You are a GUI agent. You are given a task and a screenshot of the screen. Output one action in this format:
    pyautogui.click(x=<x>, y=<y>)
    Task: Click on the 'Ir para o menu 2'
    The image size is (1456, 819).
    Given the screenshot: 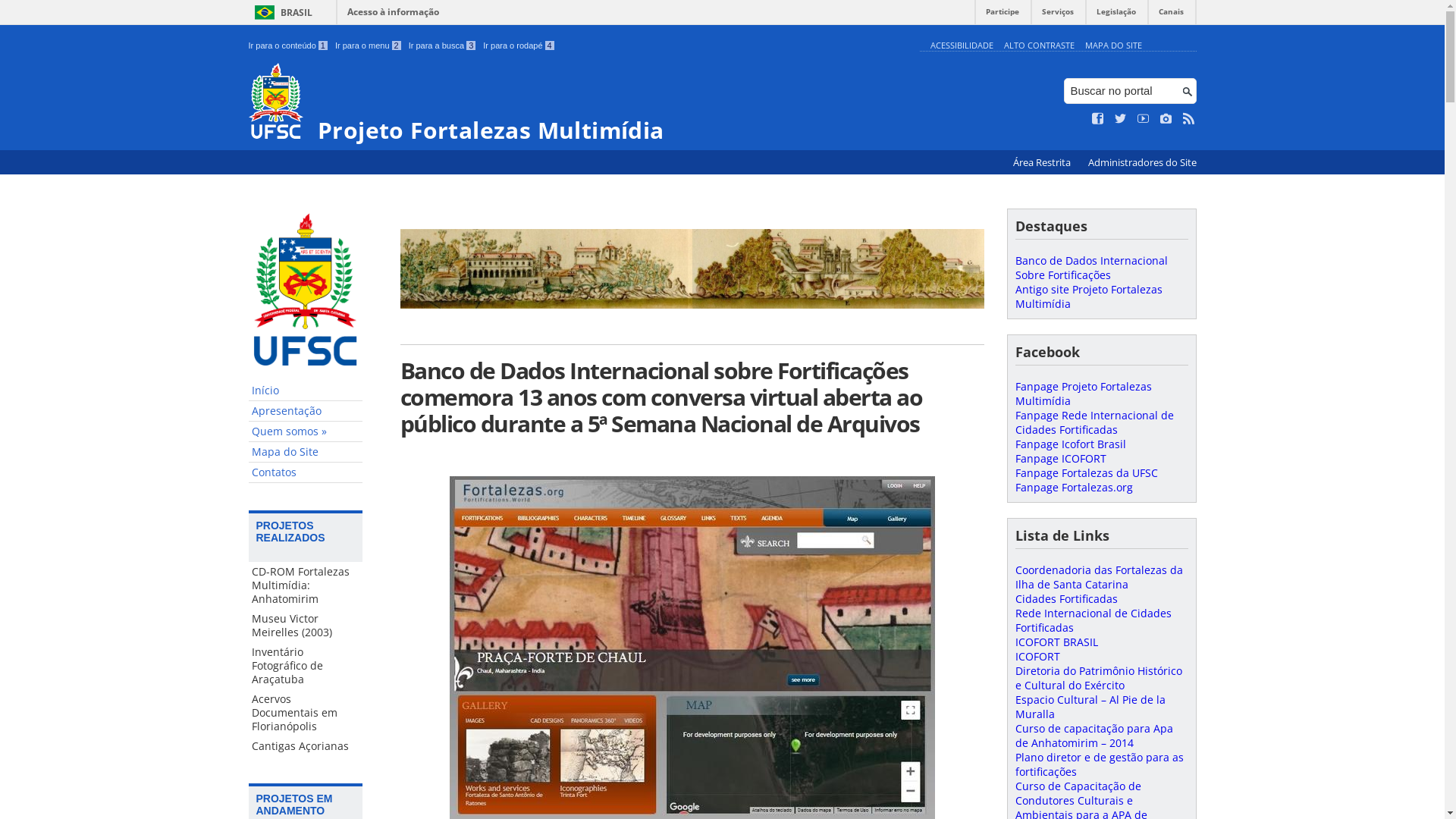 What is the action you would take?
    pyautogui.click(x=368, y=45)
    